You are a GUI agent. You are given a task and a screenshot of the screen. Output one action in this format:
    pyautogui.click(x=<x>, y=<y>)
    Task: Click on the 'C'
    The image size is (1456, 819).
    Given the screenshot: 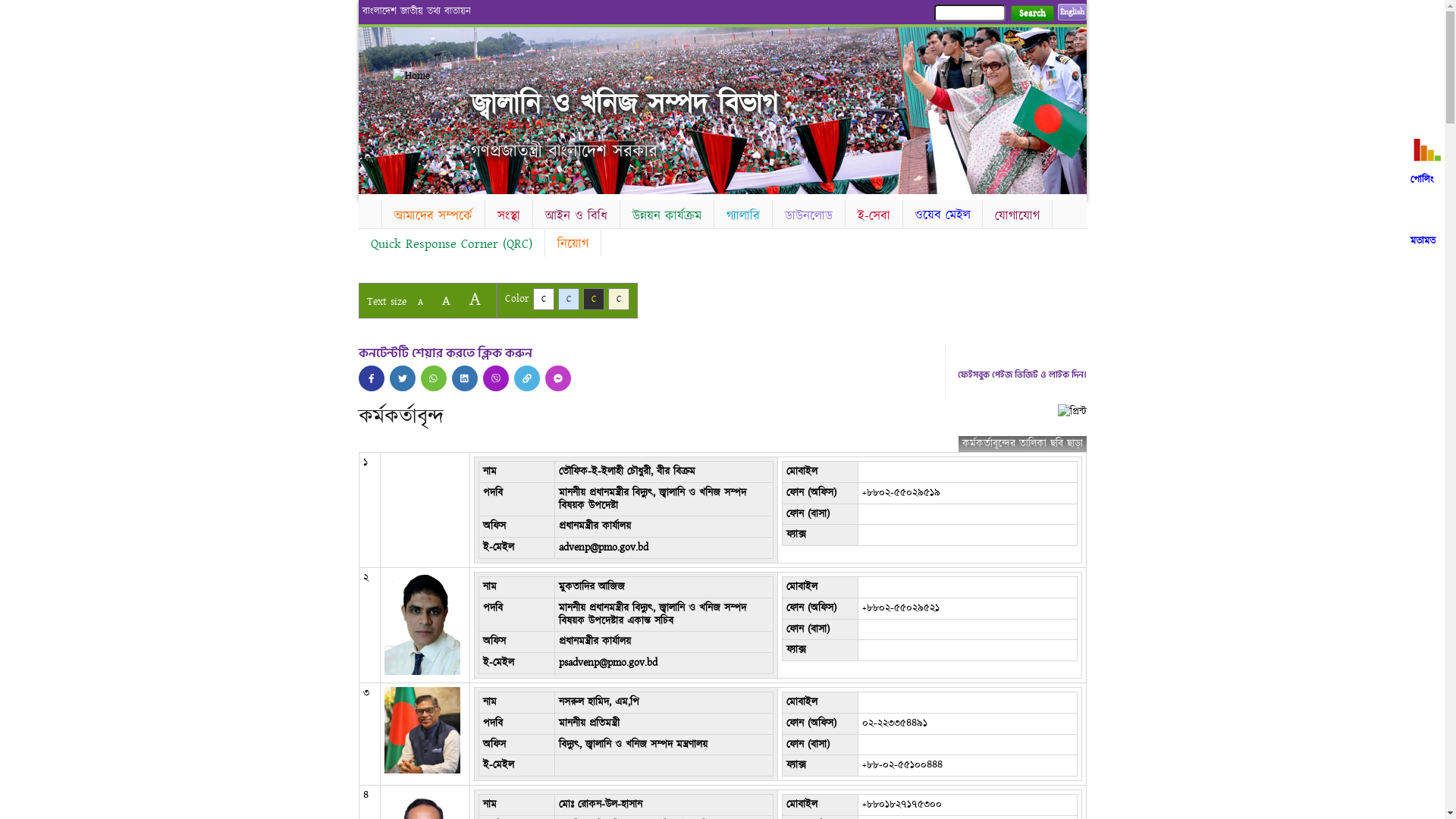 What is the action you would take?
    pyautogui.click(x=592, y=299)
    